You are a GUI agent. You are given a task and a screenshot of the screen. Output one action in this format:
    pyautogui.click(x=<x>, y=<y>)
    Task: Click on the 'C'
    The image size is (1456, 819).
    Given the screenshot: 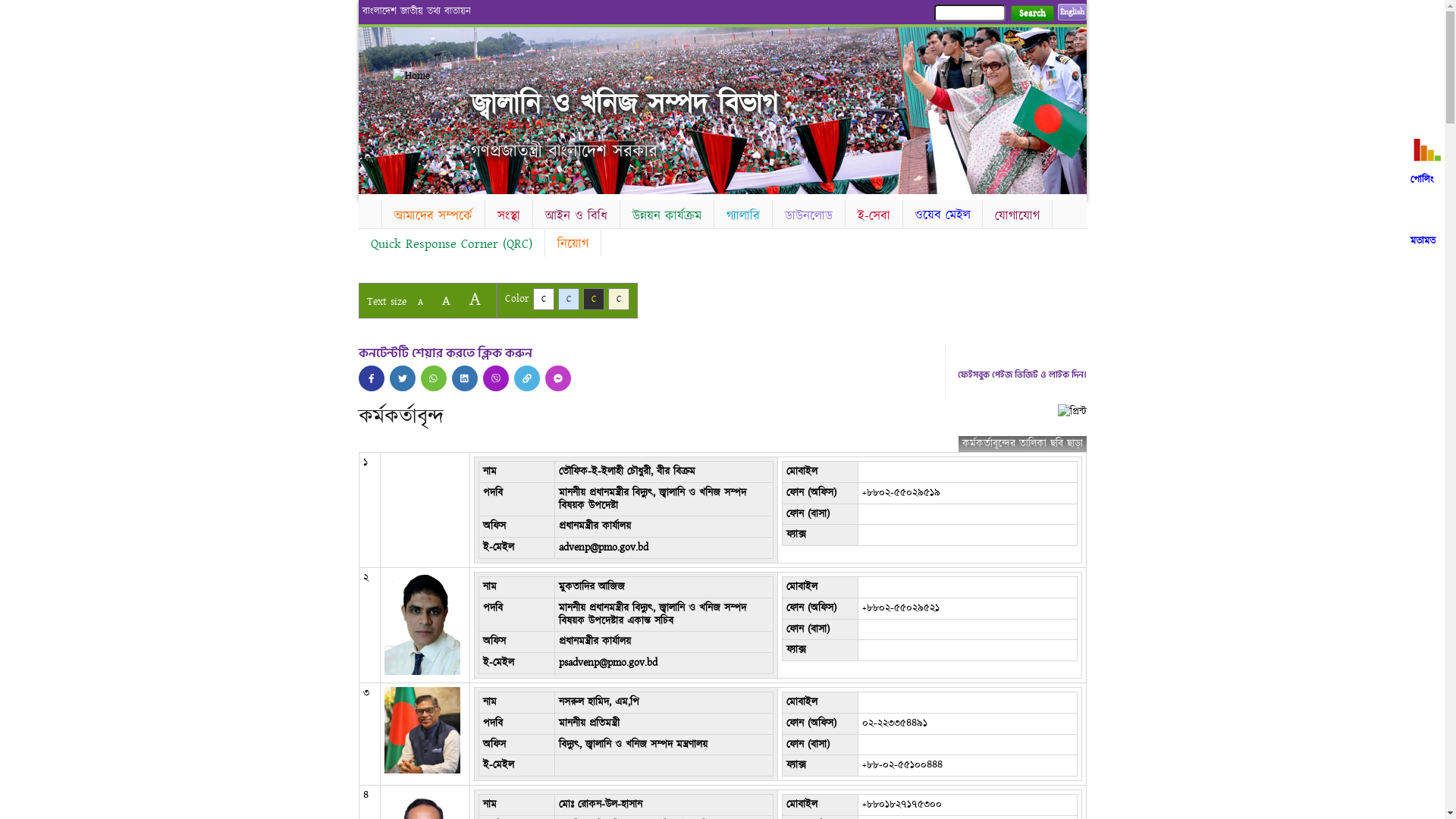 What is the action you would take?
    pyautogui.click(x=592, y=299)
    